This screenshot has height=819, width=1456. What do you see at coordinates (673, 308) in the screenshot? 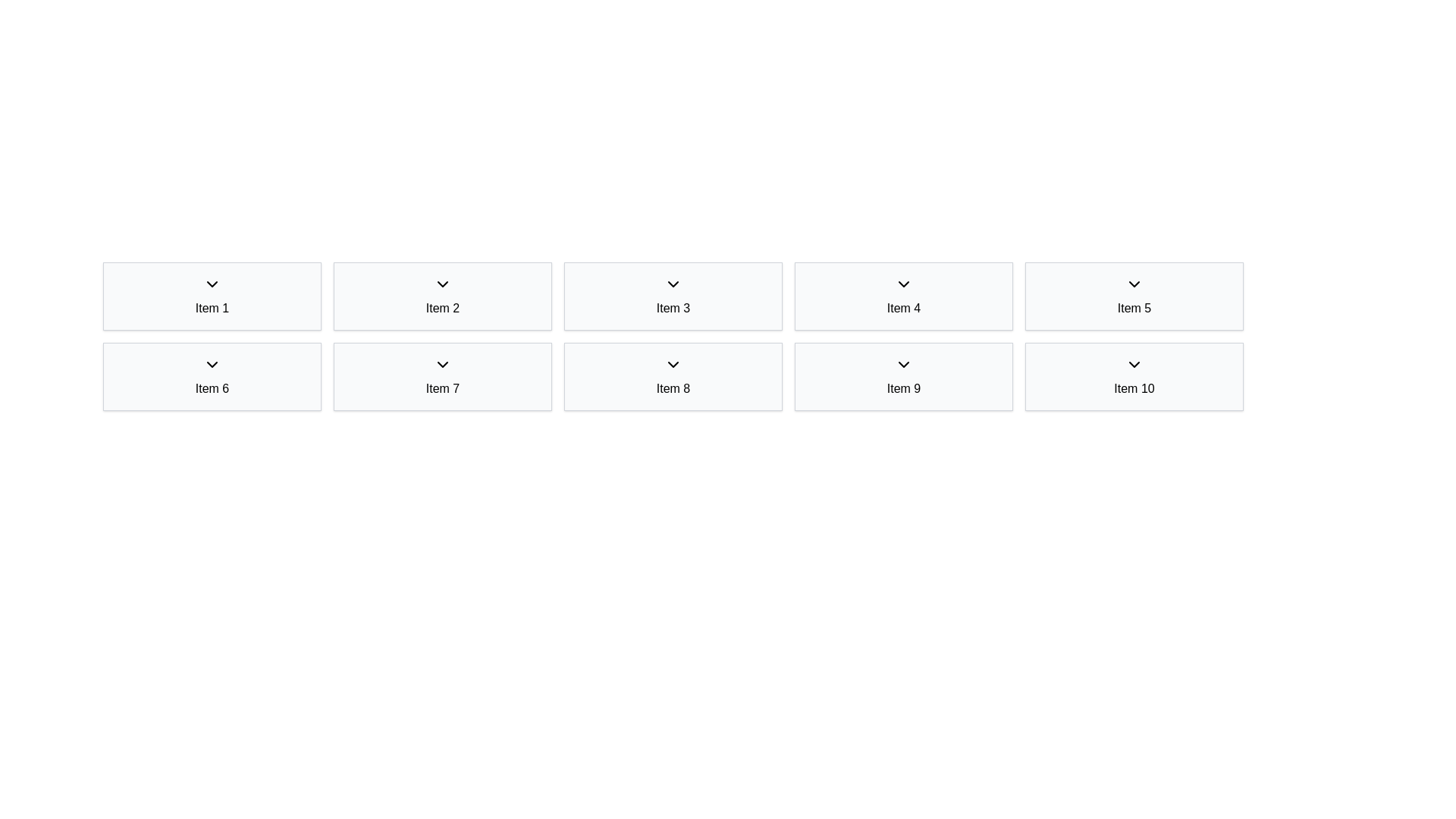
I see `the Text Label located in the third card from the left in the top row of the grid layout, which identifies the content or function of the associated card` at bounding box center [673, 308].